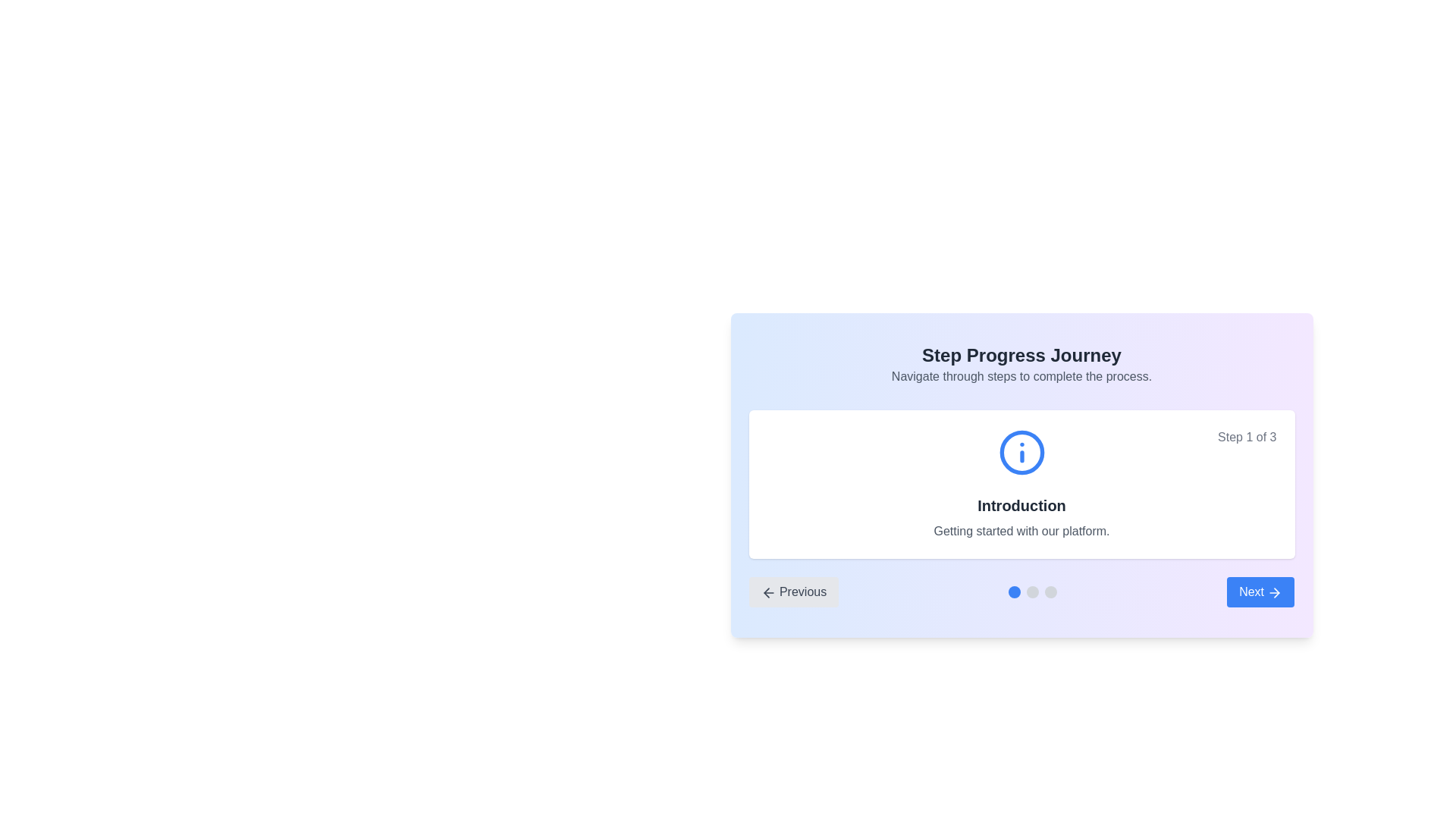  Describe the element at coordinates (1050, 591) in the screenshot. I see `the third step indicator located at the bottom-center of the interface, which indicates the third step in a process` at that location.